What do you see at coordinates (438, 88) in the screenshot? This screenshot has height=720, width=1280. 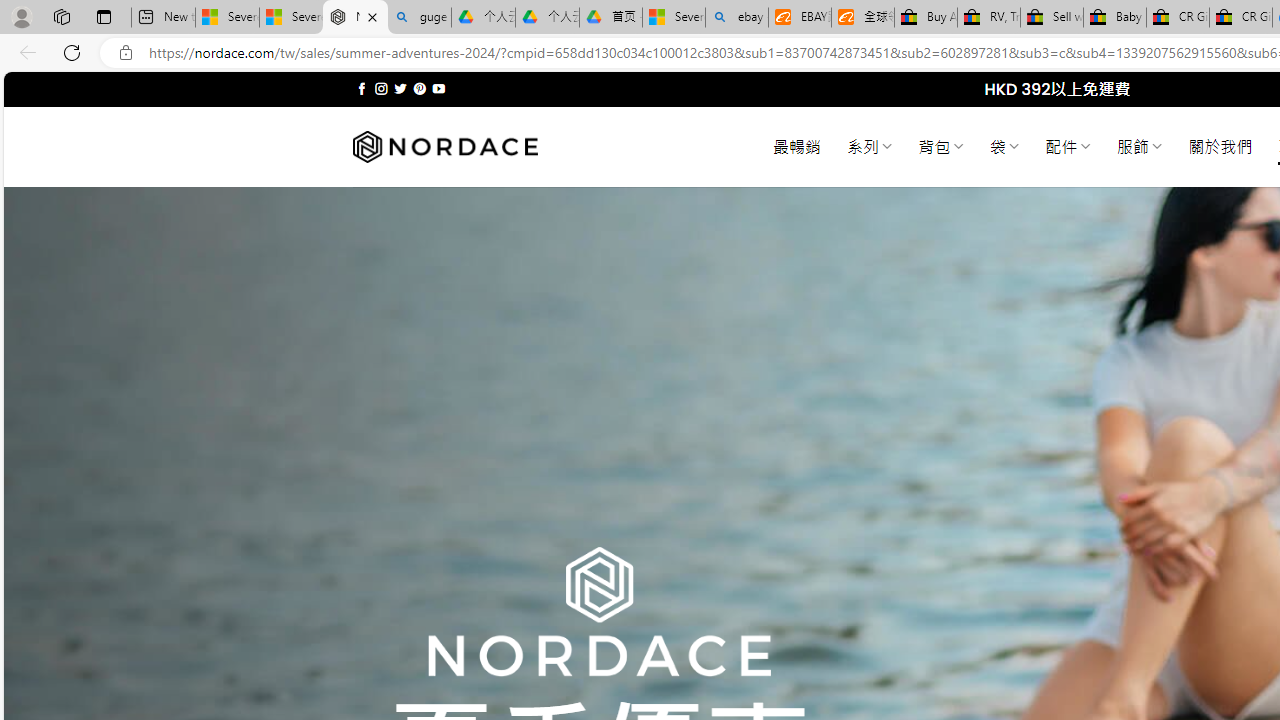 I see `'Follow on YouTube'` at bounding box center [438, 88].